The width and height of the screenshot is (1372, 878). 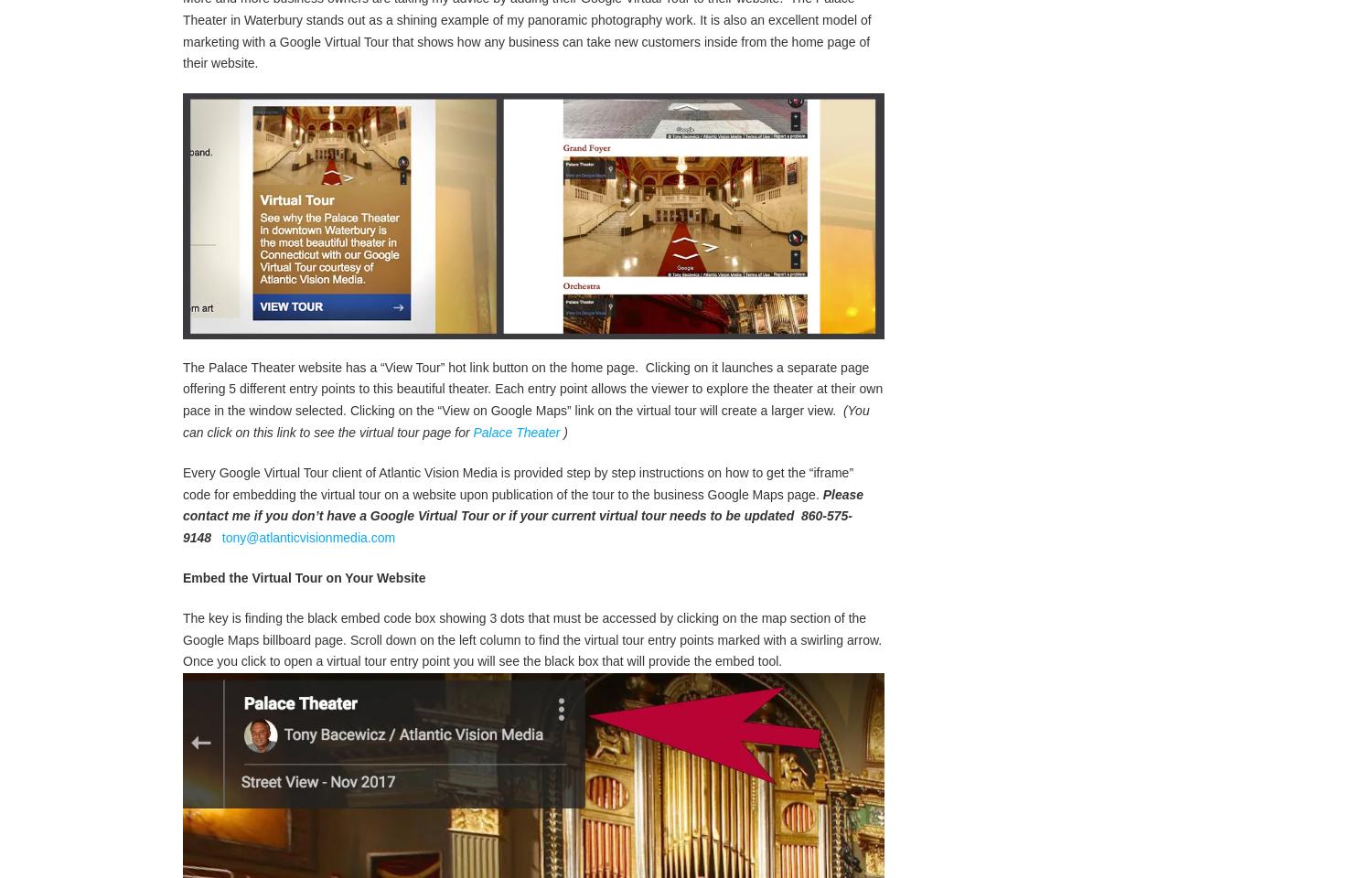 I want to click on '(You can click on this link to see the virtual tour page for', so click(x=524, y=440).